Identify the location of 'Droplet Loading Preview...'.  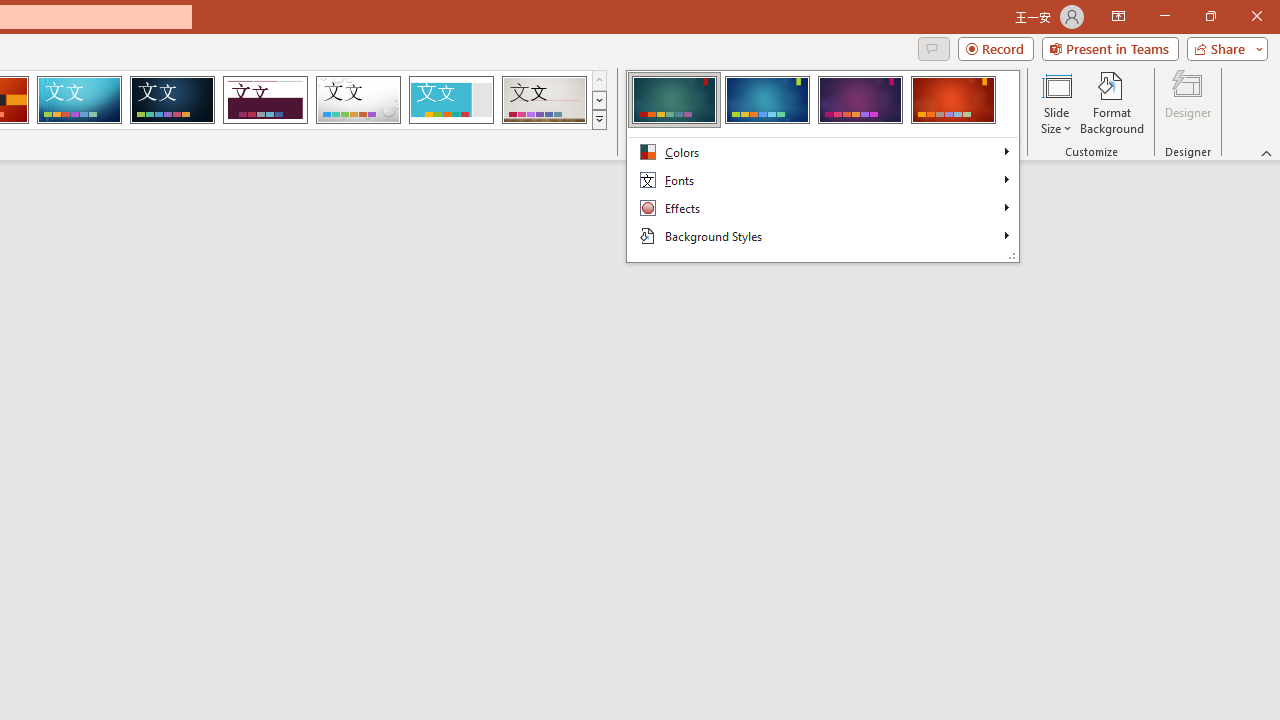
(358, 100).